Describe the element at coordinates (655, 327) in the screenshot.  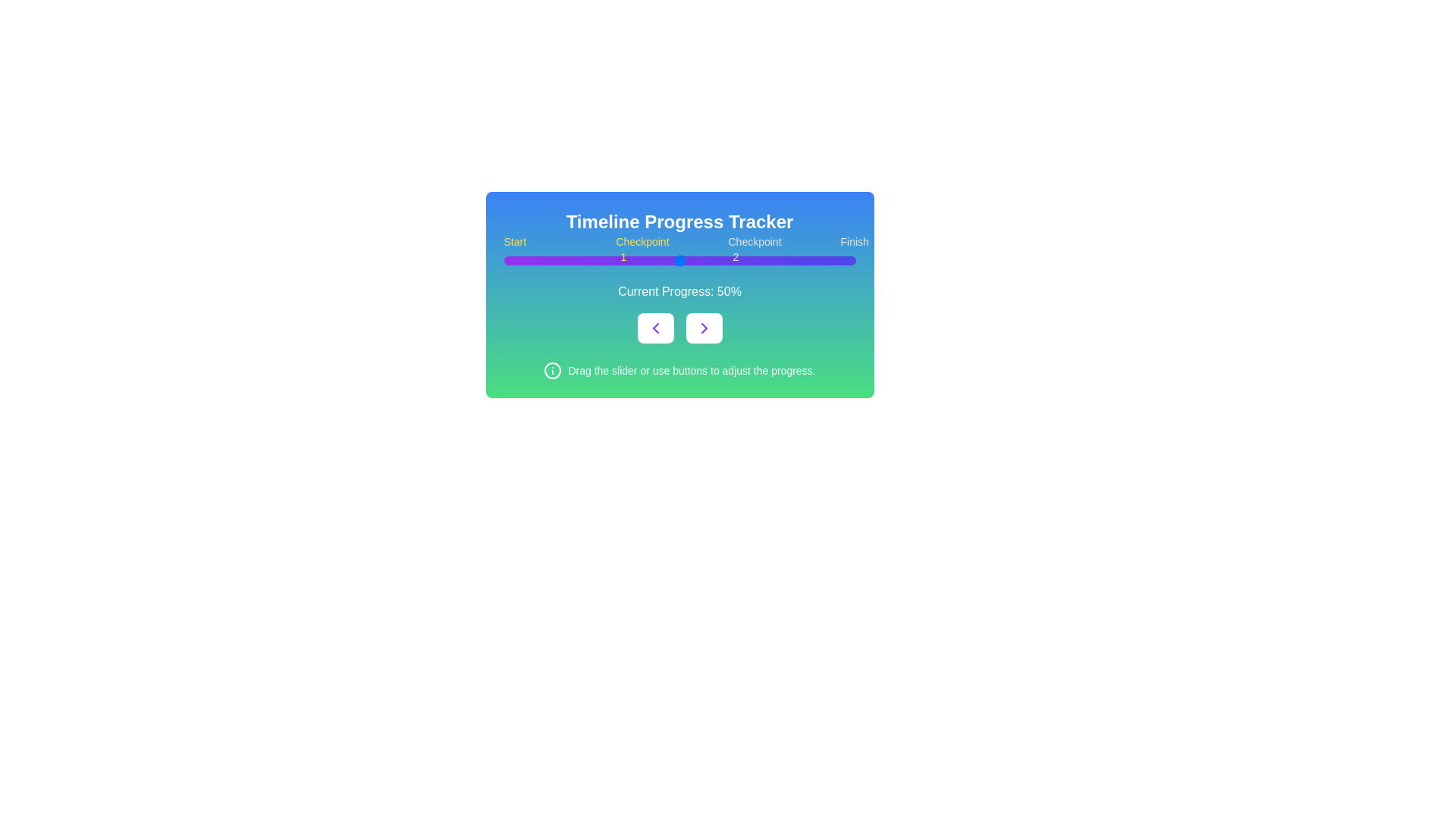
I see `the leftward chevron icon inside the button` at that location.